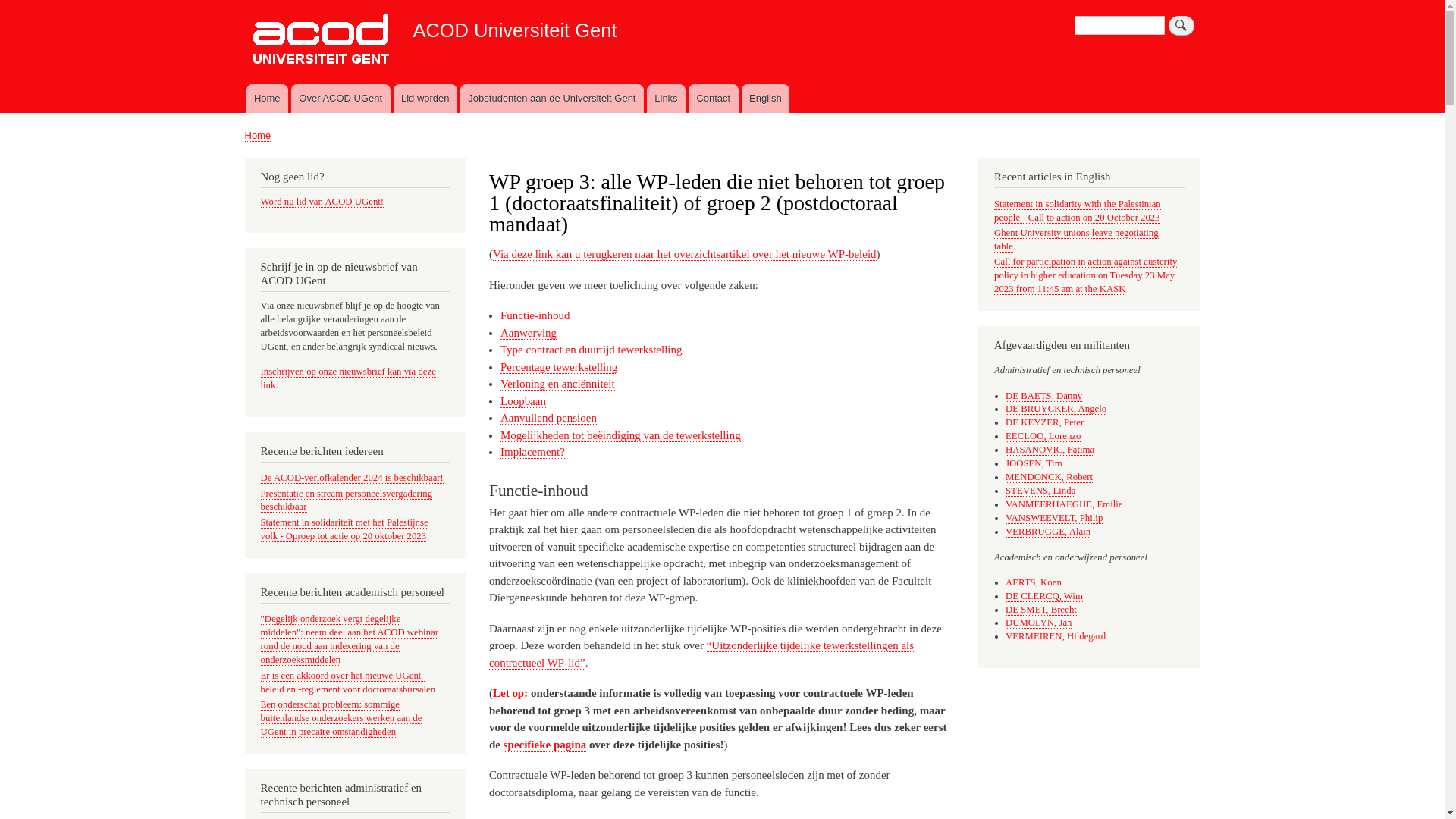  I want to click on 'Home', so click(266, 99).